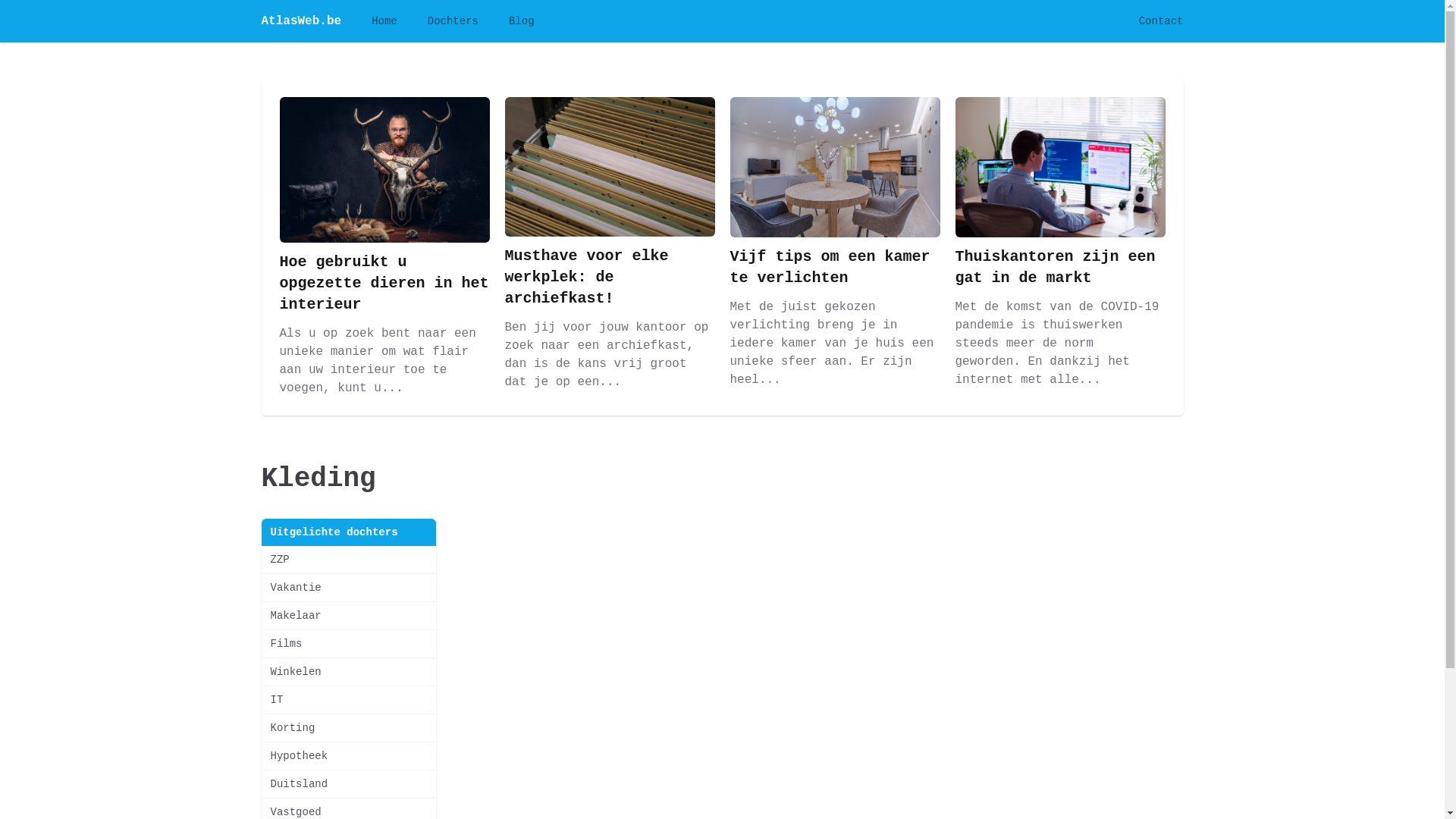 The image size is (1456, 819). Describe the element at coordinates (509, 20) in the screenshot. I see `'Blog'` at that location.